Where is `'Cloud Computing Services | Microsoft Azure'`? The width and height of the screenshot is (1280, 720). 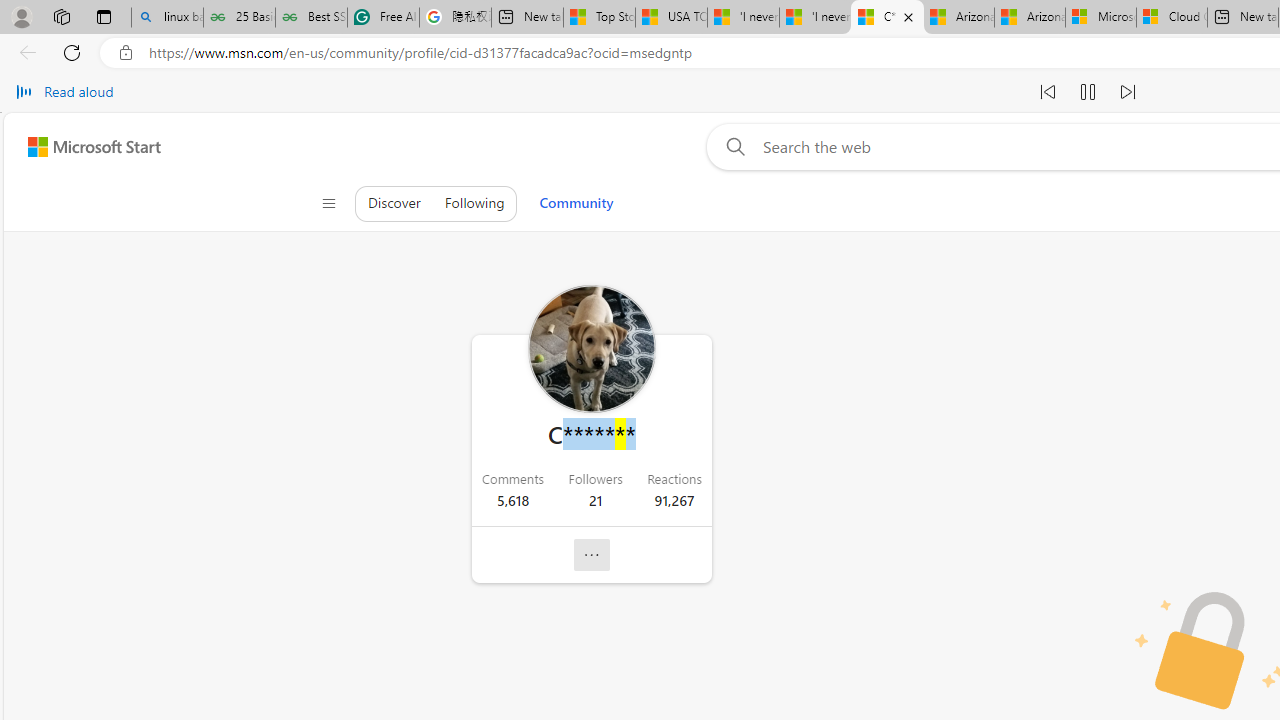 'Cloud Computing Services | Microsoft Azure' is located at coordinates (1171, 17).